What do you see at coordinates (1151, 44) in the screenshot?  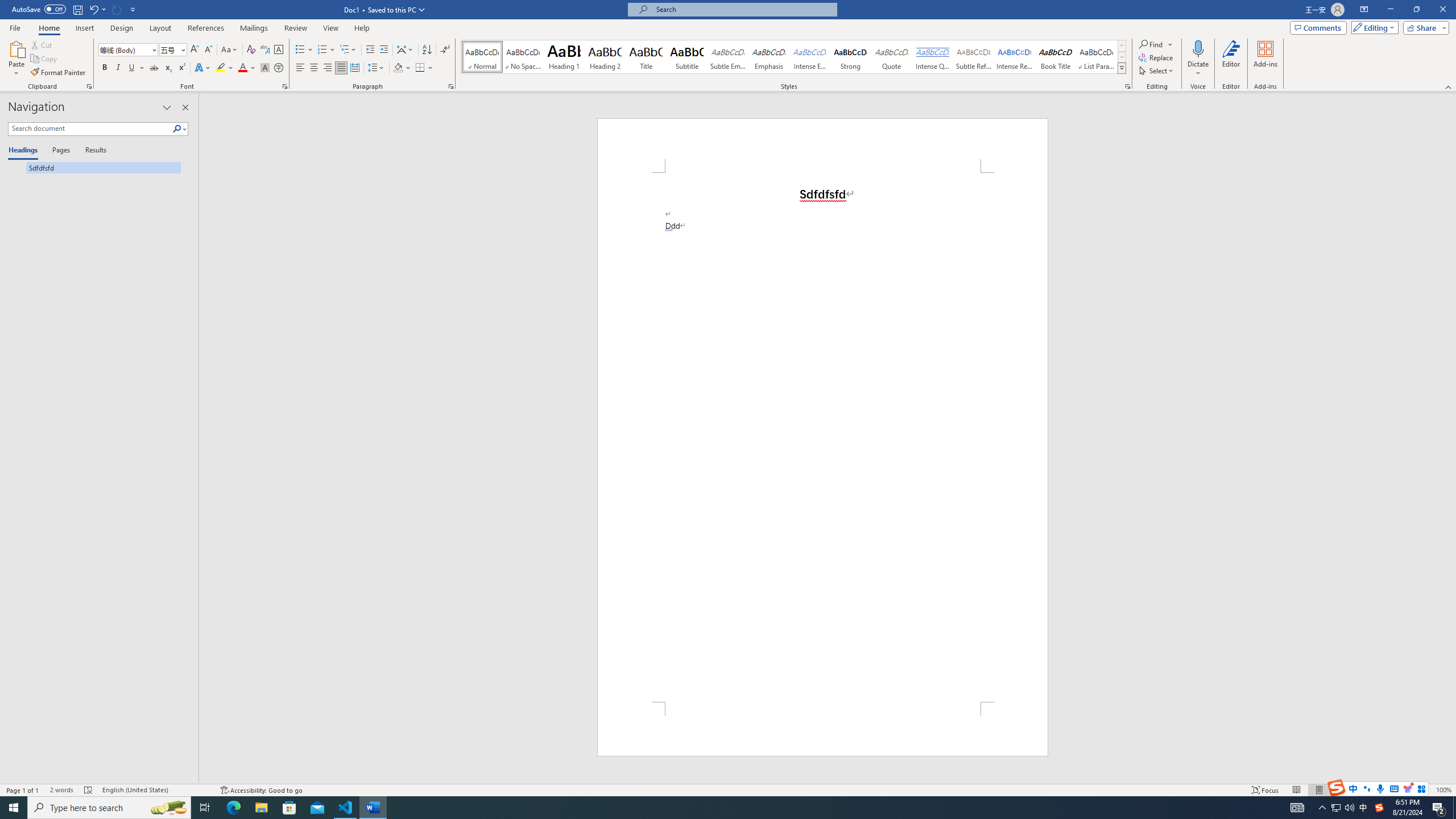 I see `'Find'` at bounding box center [1151, 44].